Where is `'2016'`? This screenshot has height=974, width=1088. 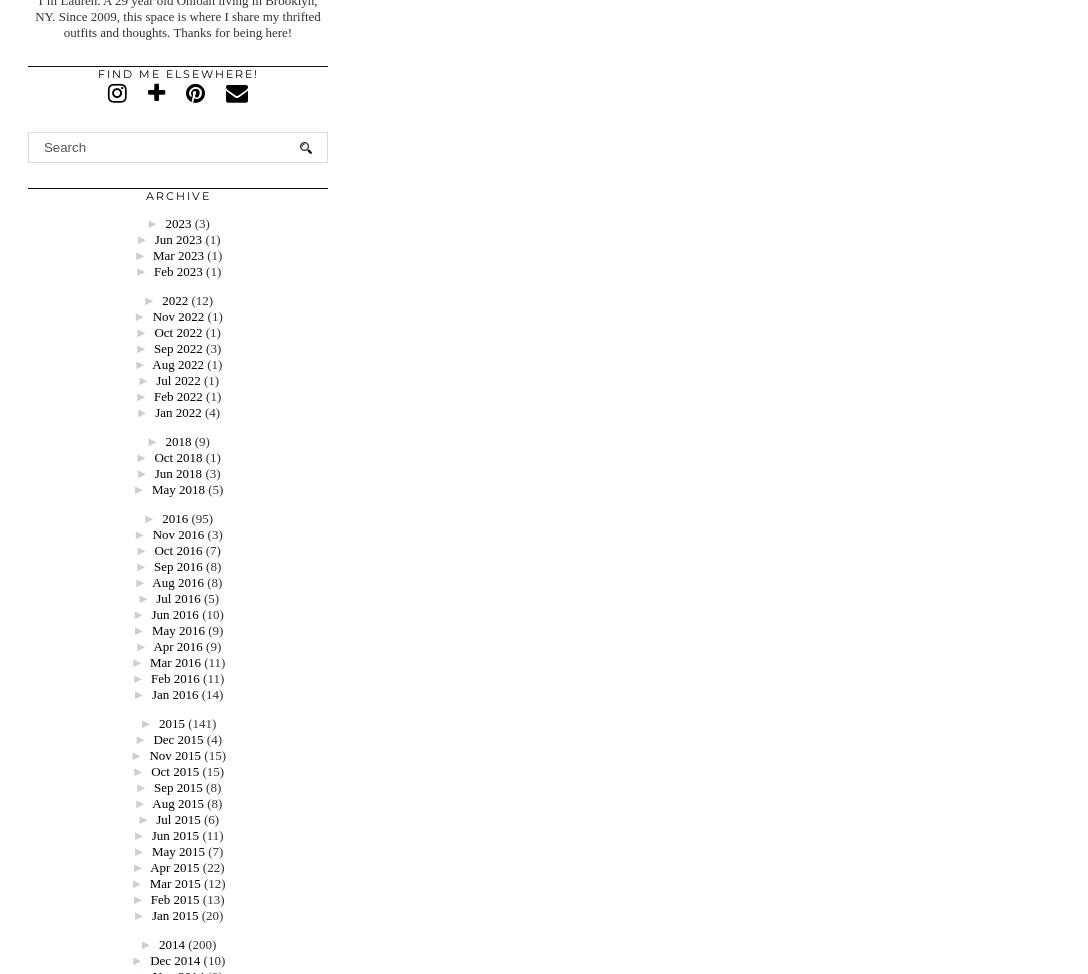 '2016' is located at coordinates (173, 518).